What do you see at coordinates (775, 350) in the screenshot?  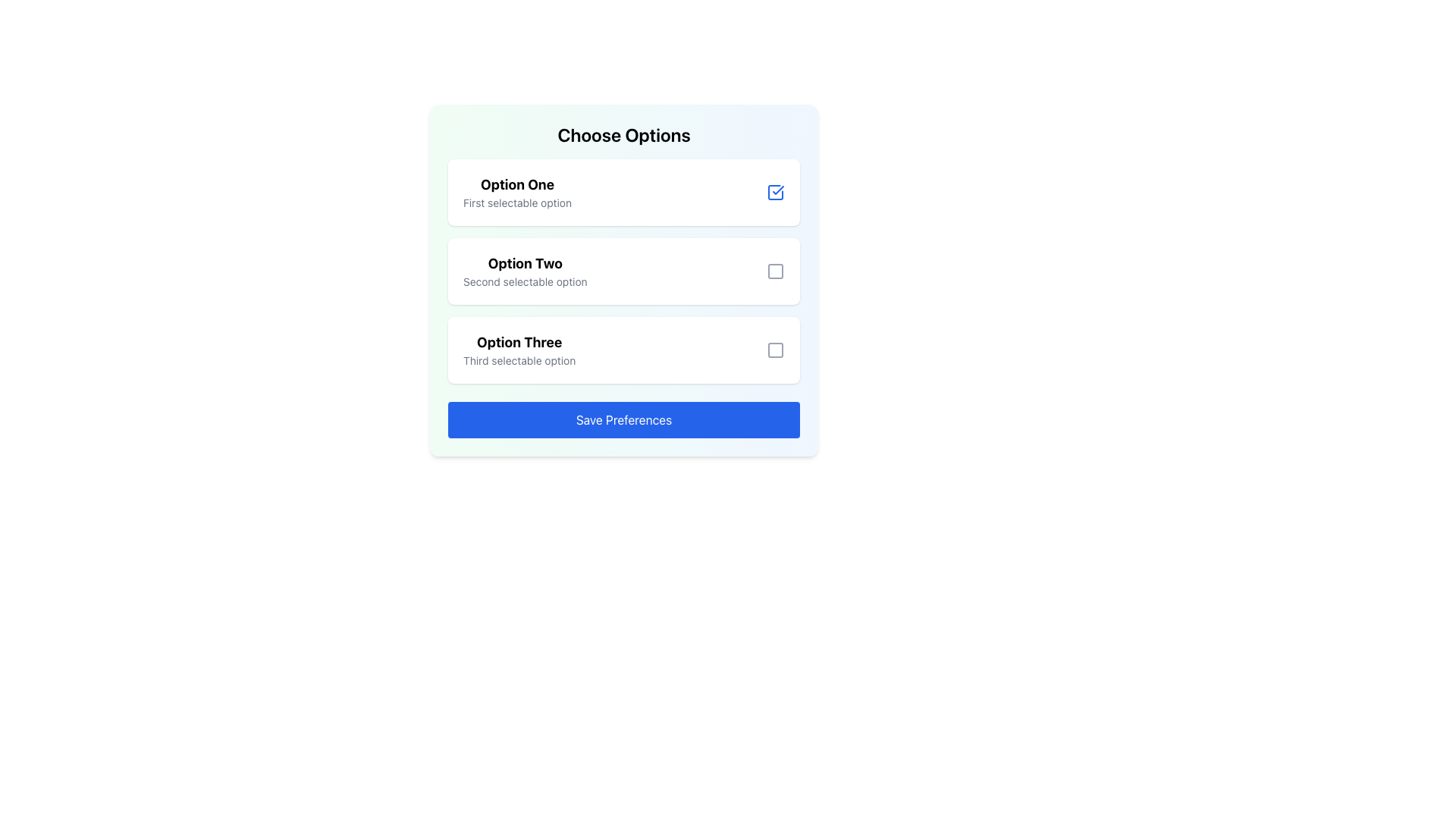 I see `the square-shaped checkbox-like icon located on the far-right side of the 'Option Three' option in the options list` at bounding box center [775, 350].